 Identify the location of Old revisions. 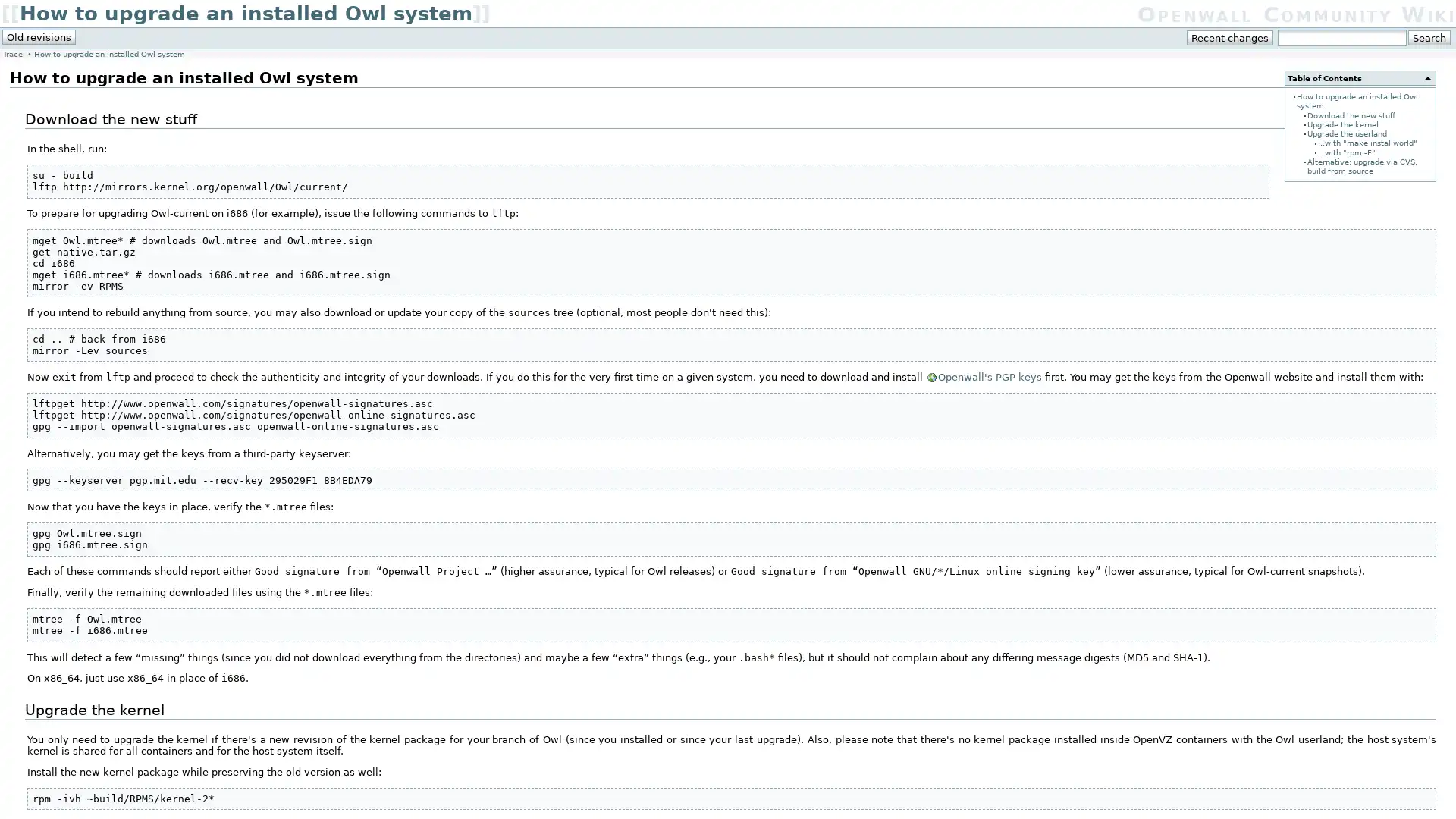
(39, 36).